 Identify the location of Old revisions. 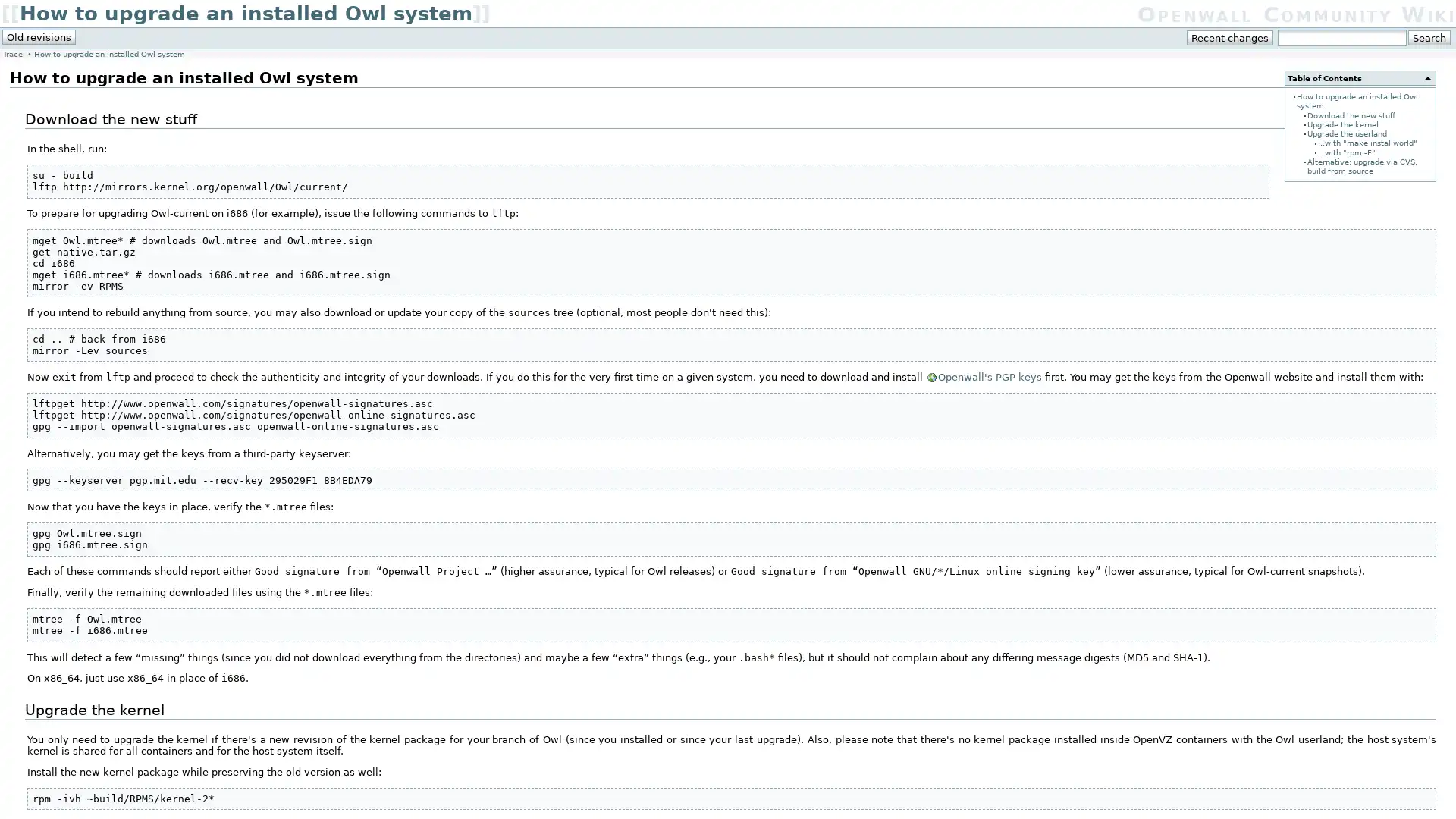
(39, 36).